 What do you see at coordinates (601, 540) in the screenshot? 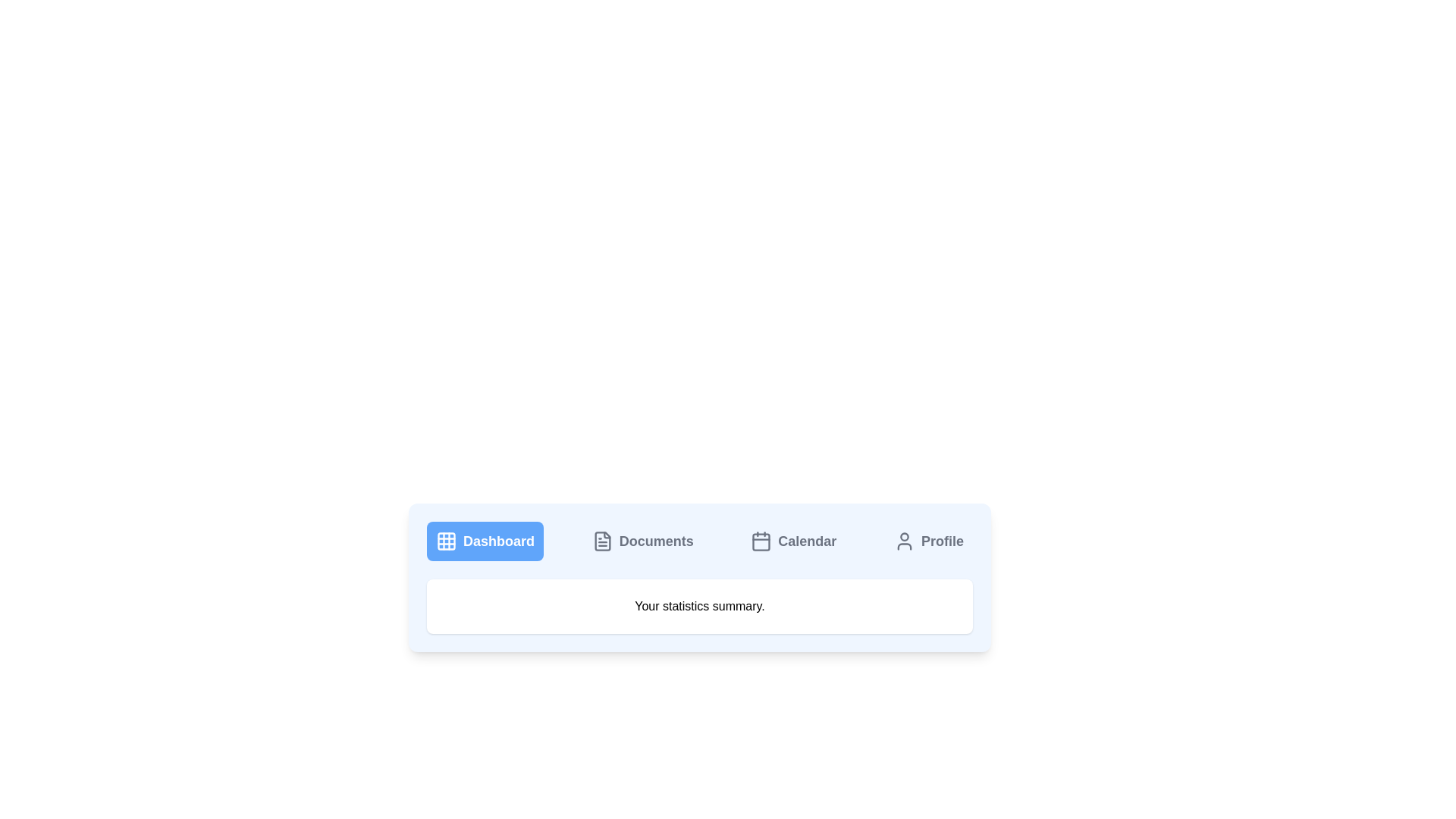
I see `the details of the document icon, which is a graphical representation with a folded corner, located second from the left in the navigation menu` at bounding box center [601, 540].